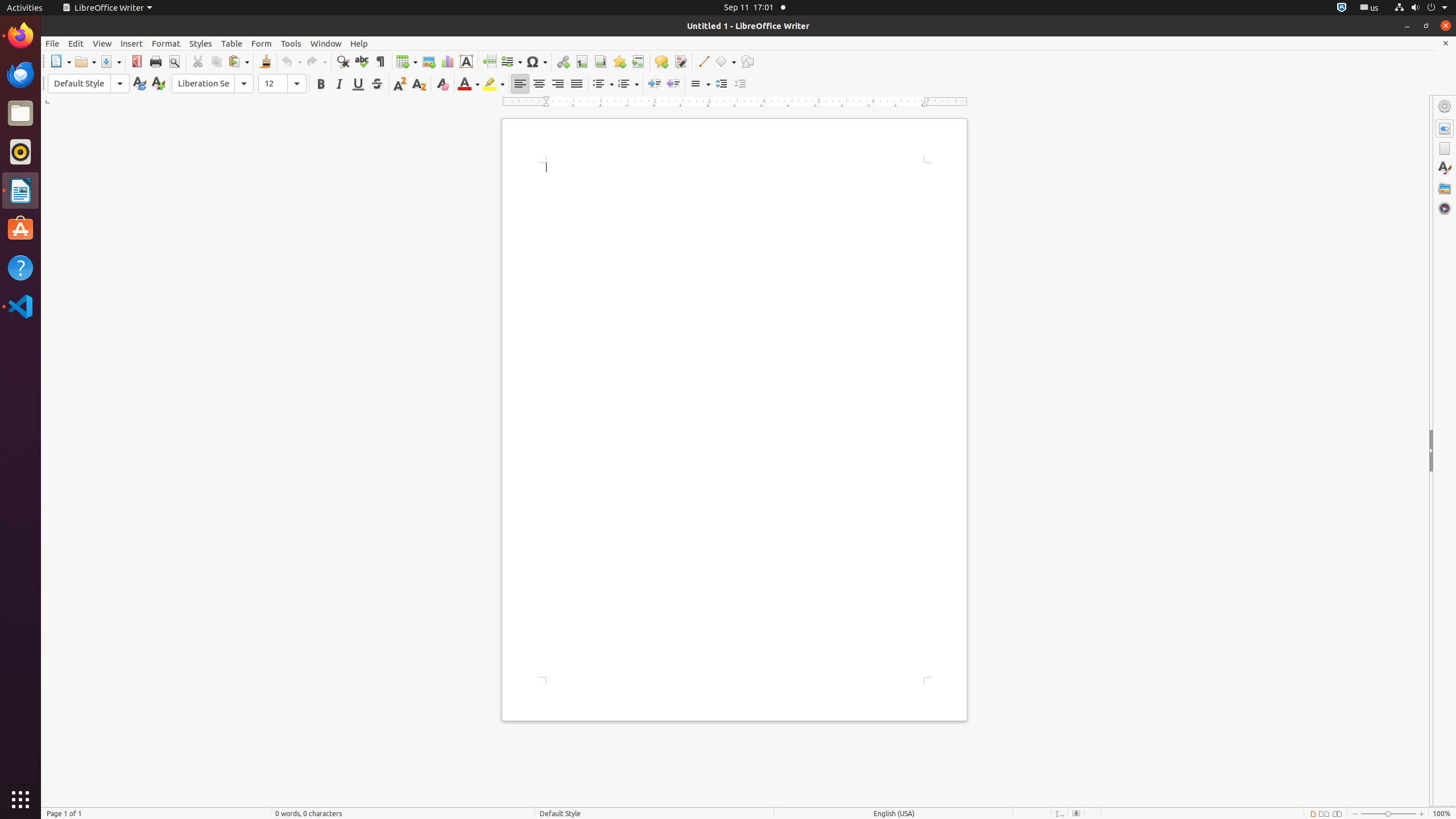 The width and height of the screenshot is (1456, 819). What do you see at coordinates (110, 61) in the screenshot?
I see `'Save'` at bounding box center [110, 61].